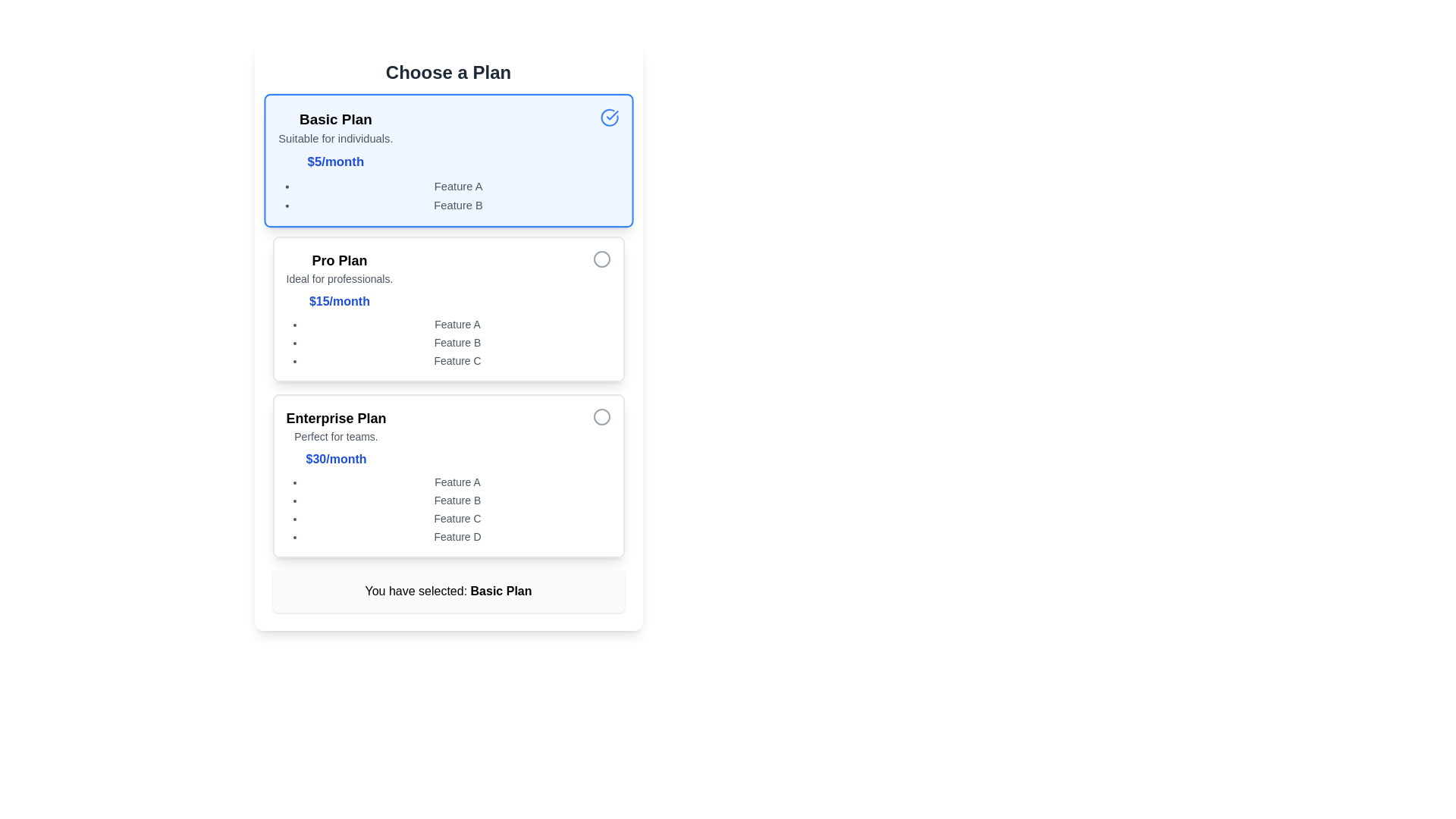  Describe the element at coordinates (338, 278) in the screenshot. I see `the static text element that reads 'Ideal for professionals.', positioned below the 'Pro Plan' title and above the price text, which is centrally aligned within the 'Pro Plan' section` at that location.